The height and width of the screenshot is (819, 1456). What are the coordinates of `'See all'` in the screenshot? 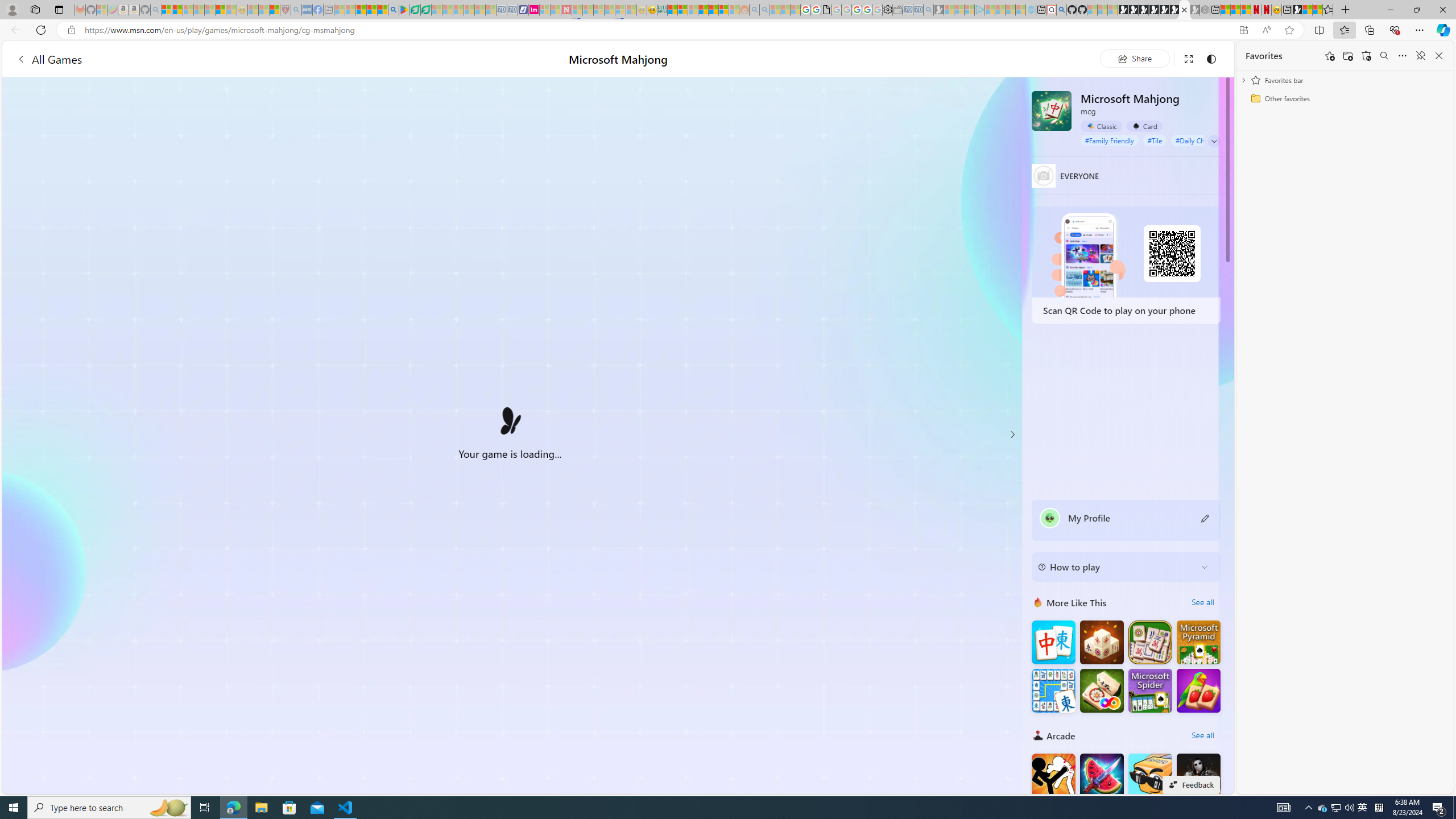 It's located at (1202, 735).